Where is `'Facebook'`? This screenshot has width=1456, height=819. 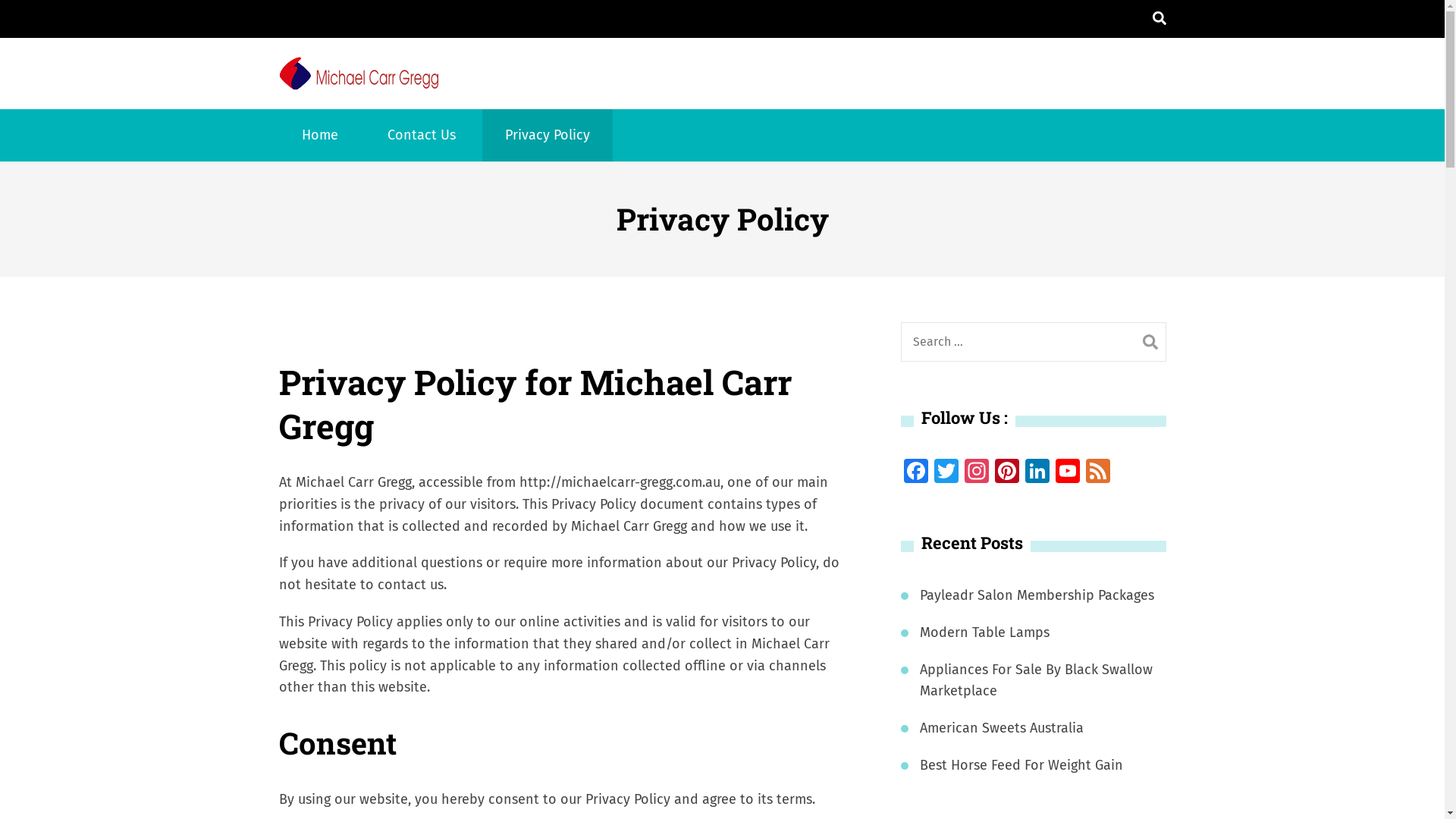
'Facebook' is located at coordinates (915, 472).